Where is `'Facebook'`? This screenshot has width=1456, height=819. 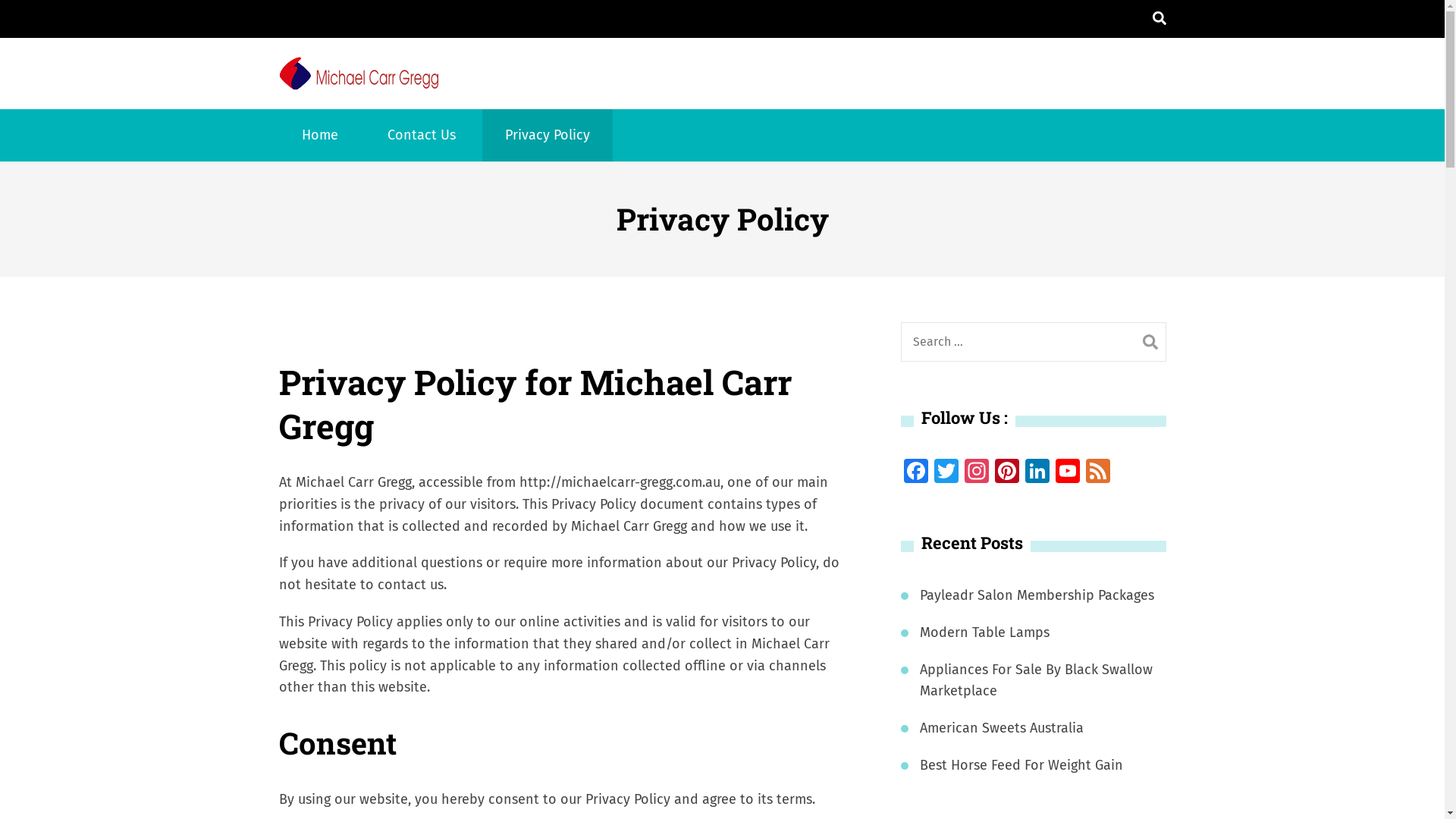
'Facebook' is located at coordinates (915, 472).